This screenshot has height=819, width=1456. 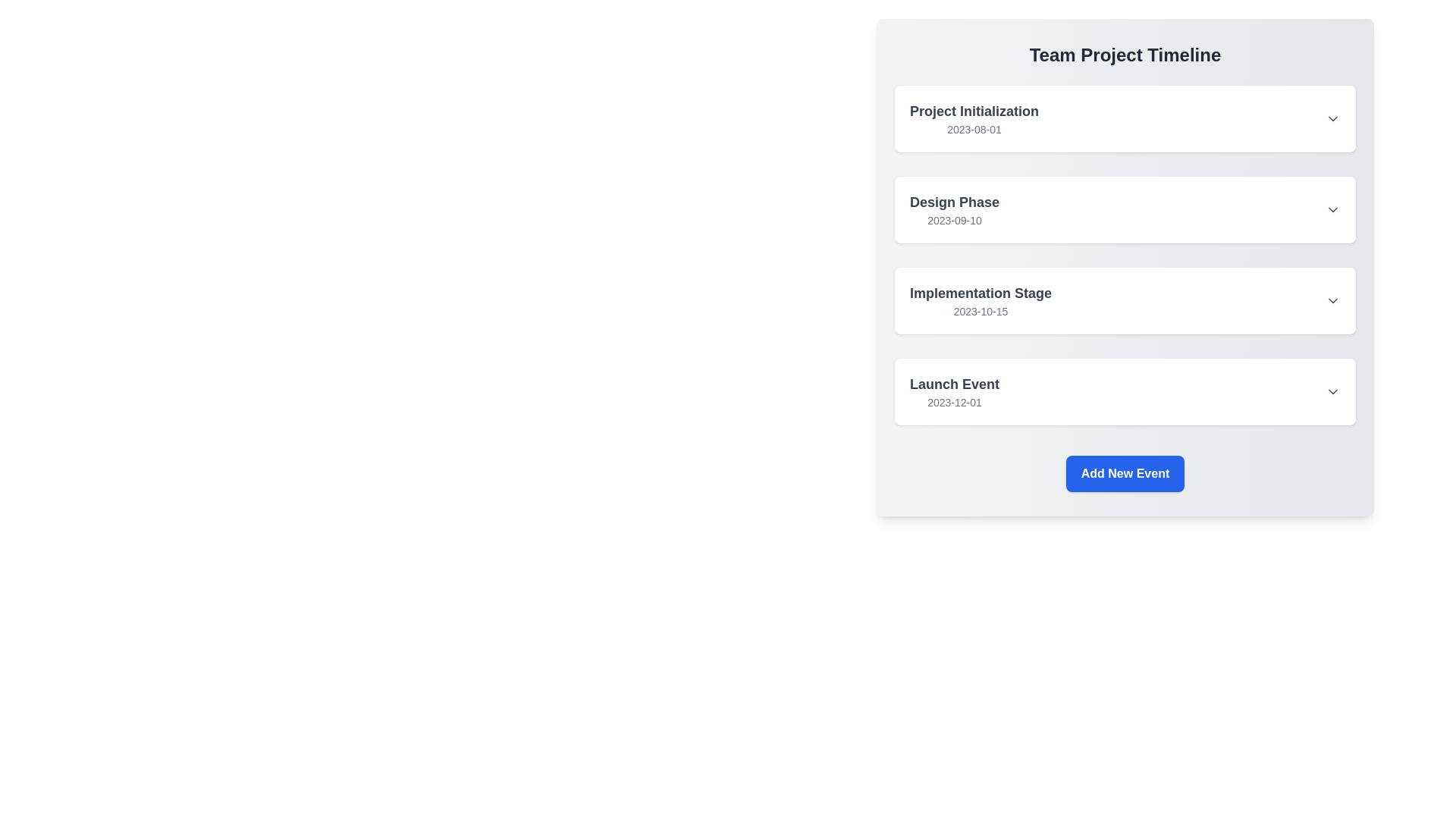 I want to click on the List item with dropdown functionality in the 'Team Project Timeline' panel, which is the third entry between 'Design Phase' and 'Launch Event', so click(x=1125, y=301).